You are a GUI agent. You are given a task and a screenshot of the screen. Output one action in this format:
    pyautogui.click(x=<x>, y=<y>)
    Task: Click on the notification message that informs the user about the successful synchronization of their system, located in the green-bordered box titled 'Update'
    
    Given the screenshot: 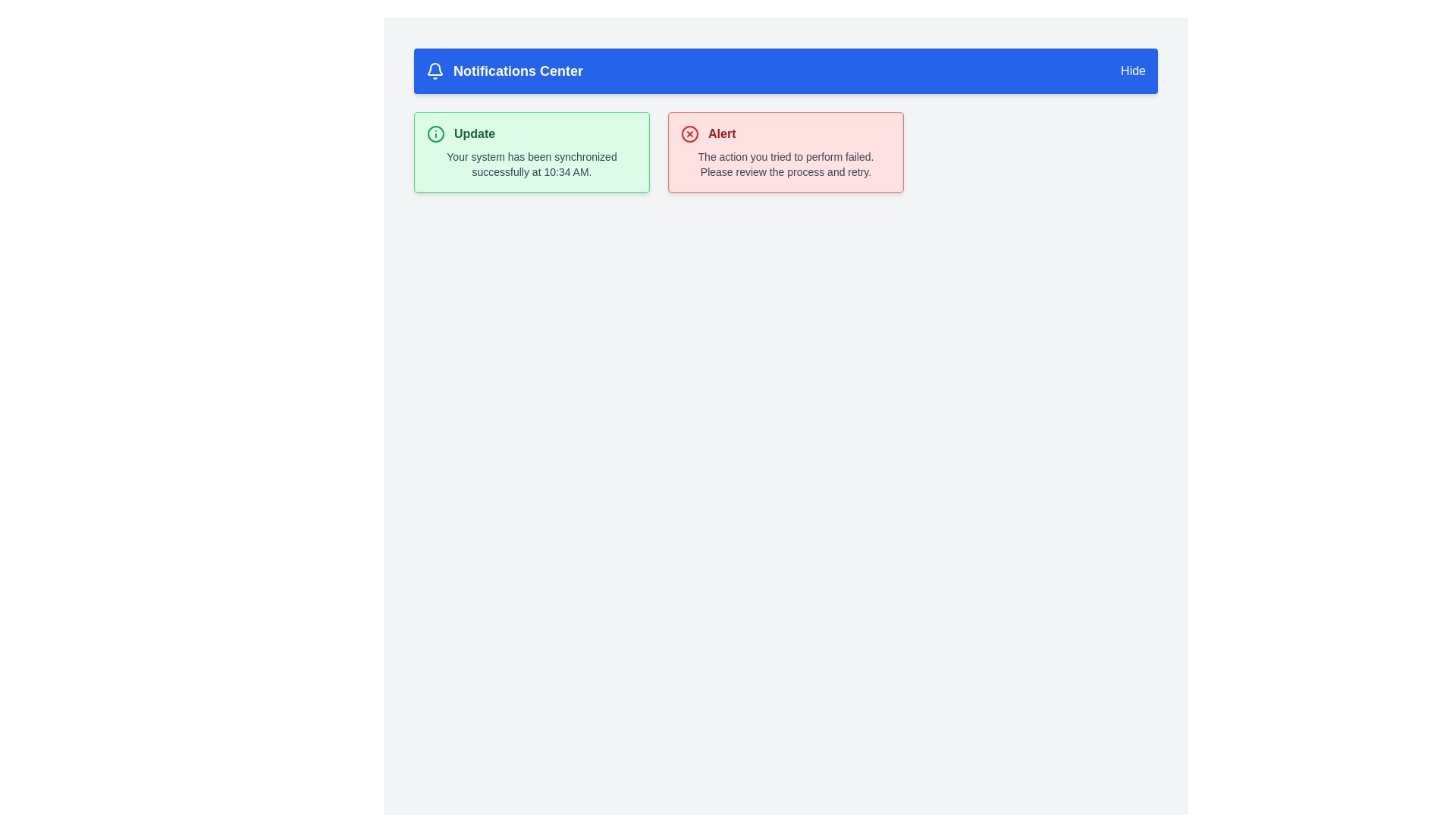 What is the action you would take?
    pyautogui.click(x=532, y=164)
    